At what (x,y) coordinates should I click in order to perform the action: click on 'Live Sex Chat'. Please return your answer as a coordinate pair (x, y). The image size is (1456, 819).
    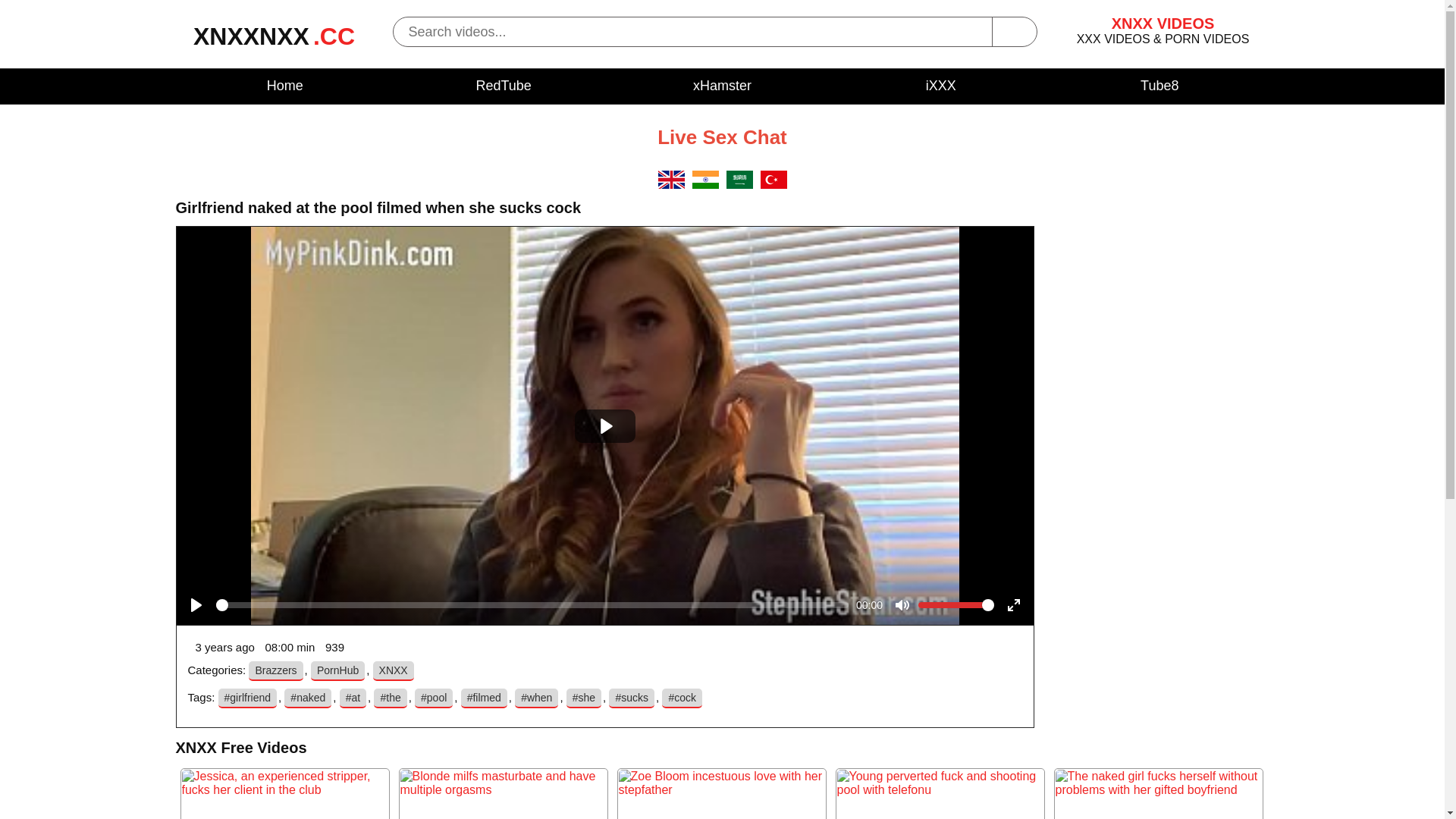
    Looking at the image, I should click on (657, 137).